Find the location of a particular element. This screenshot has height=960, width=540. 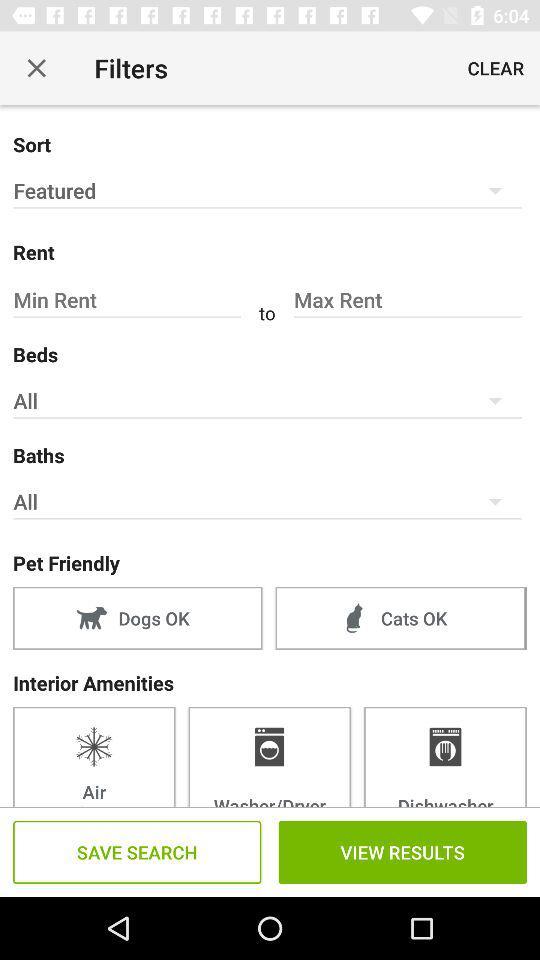

item next to washer/dryer icon is located at coordinates (445, 755).